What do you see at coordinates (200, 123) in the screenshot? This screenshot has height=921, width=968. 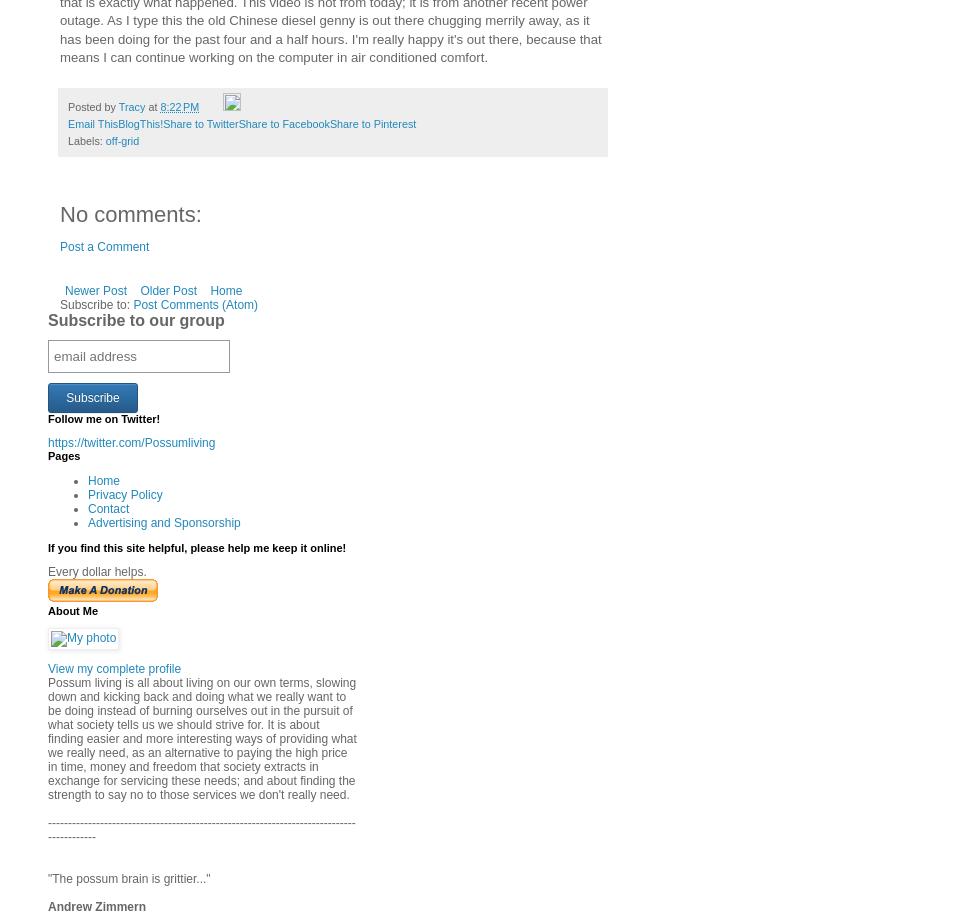 I see `'Share to Twitter'` at bounding box center [200, 123].